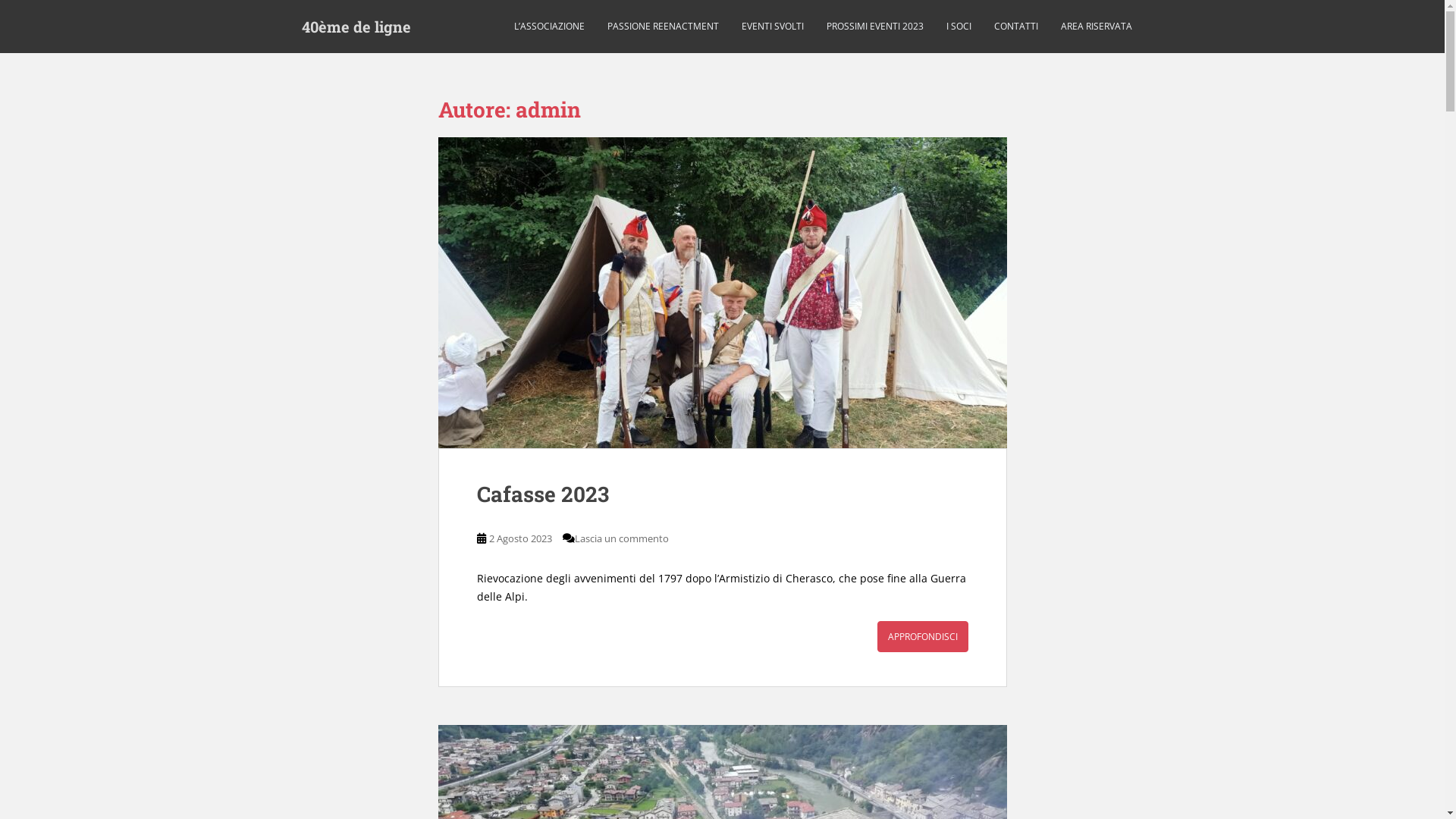 This screenshot has height=819, width=1456. What do you see at coordinates (772, 26) in the screenshot?
I see `'EVENTI SVOLTI'` at bounding box center [772, 26].